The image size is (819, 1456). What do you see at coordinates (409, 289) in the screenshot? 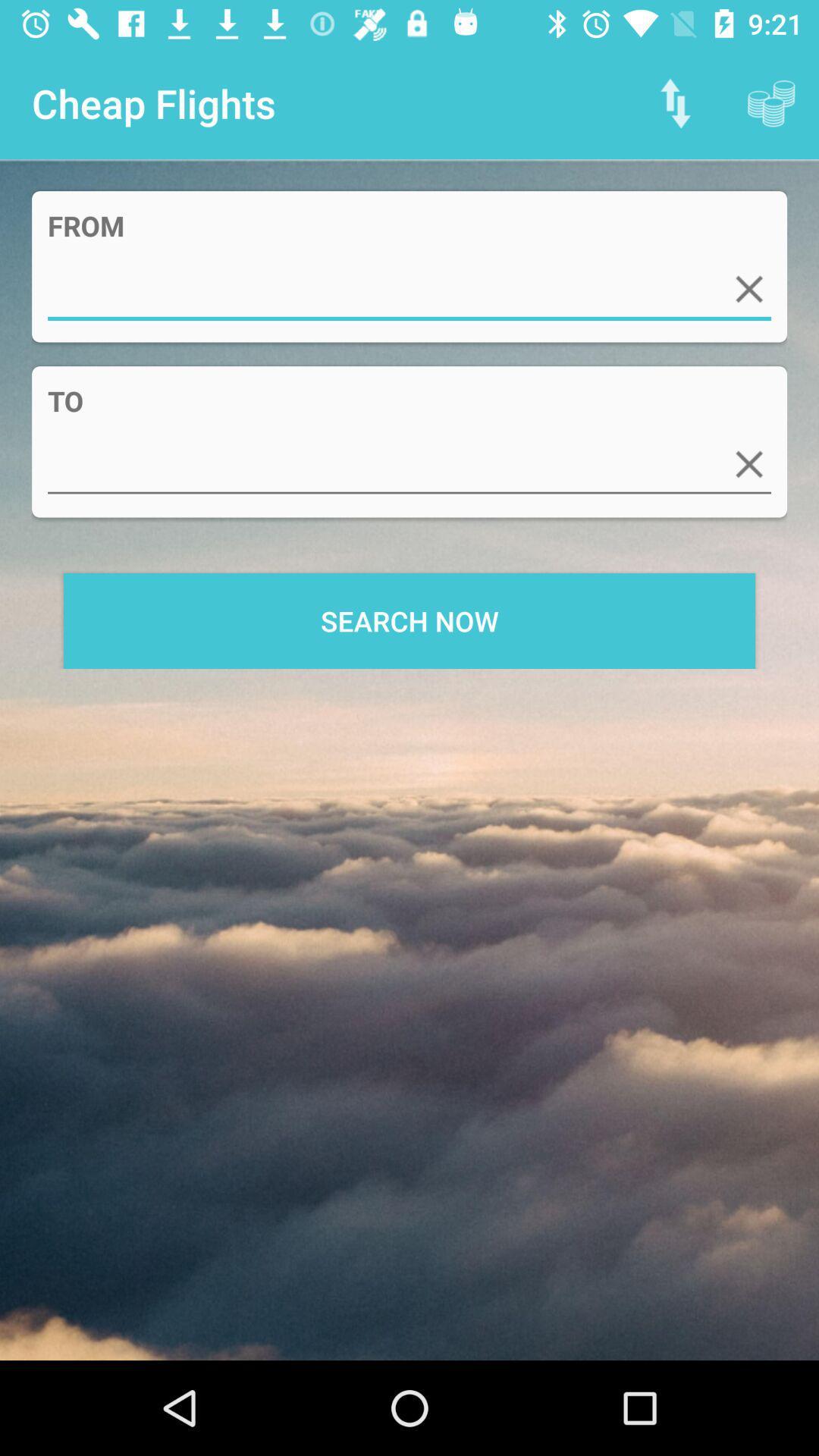
I see `the icon below from item` at bounding box center [409, 289].